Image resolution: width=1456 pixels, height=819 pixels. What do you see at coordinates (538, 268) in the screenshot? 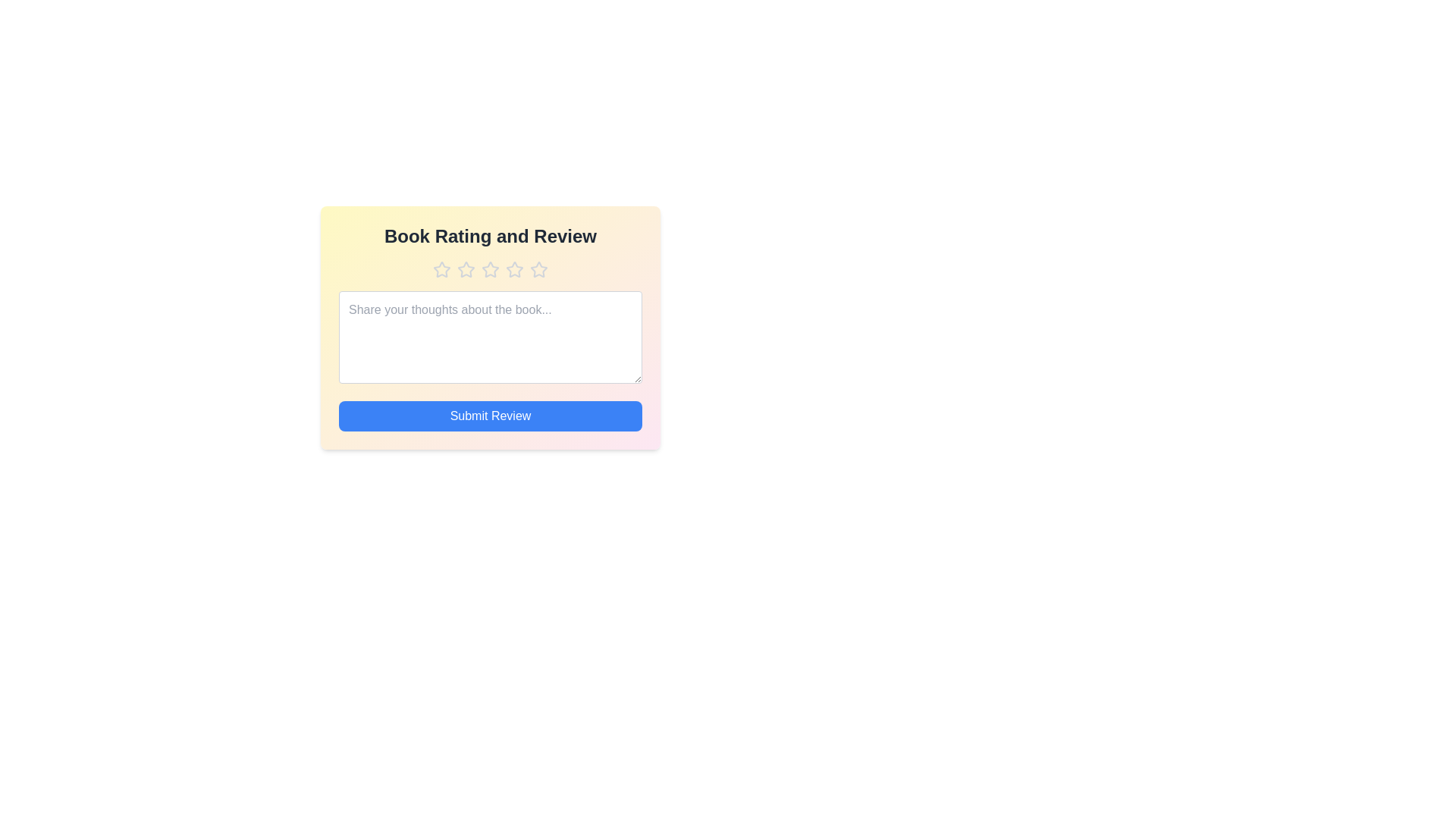
I see `the book rating to 5 stars by clicking on the corresponding star` at bounding box center [538, 268].